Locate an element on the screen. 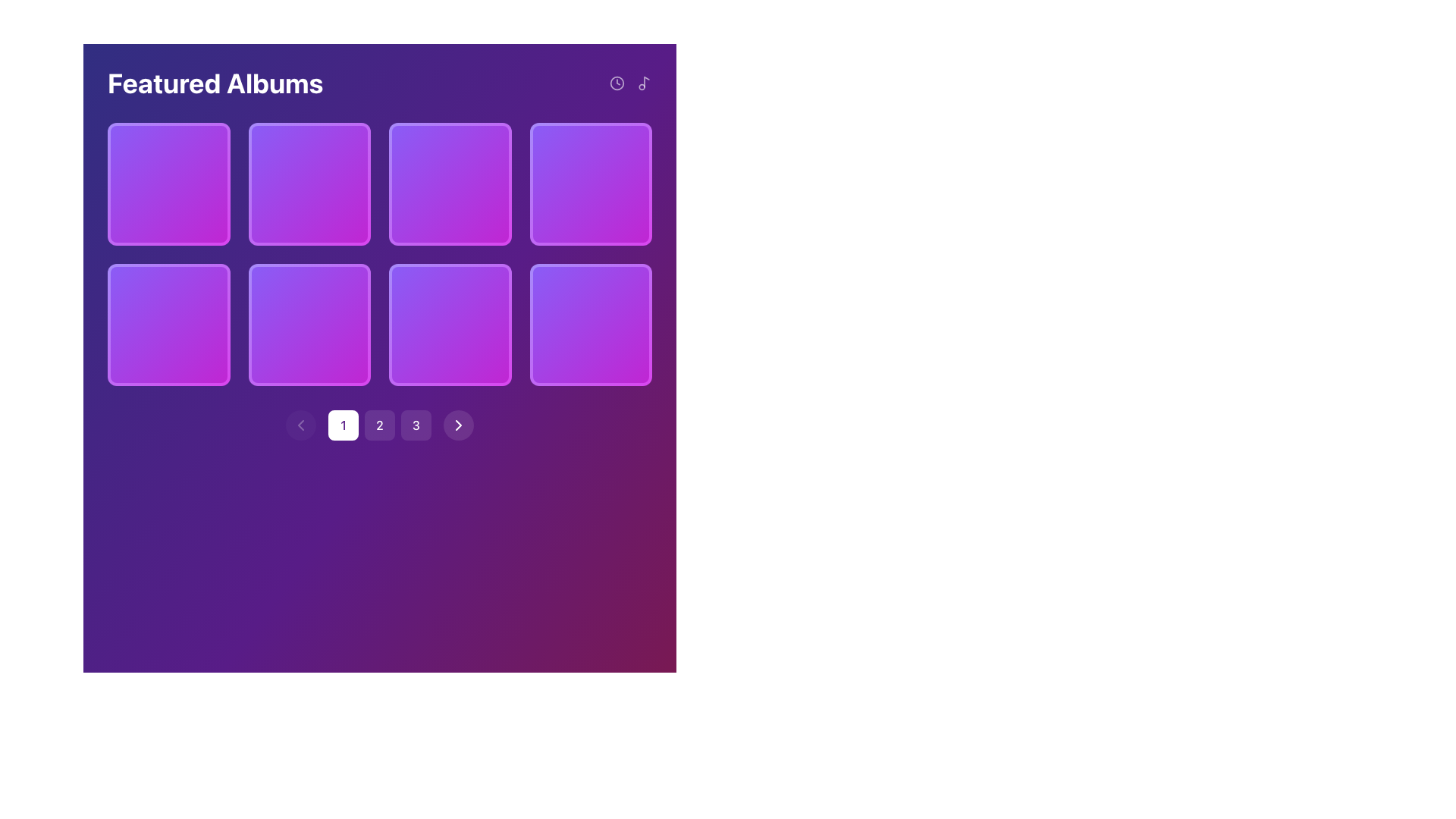 Image resolution: width=1456 pixels, height=819 pixels. the album feature tile located in the top row, third column of the 4x2 grid layout to interact or view details is located at coordinates (590, 183).